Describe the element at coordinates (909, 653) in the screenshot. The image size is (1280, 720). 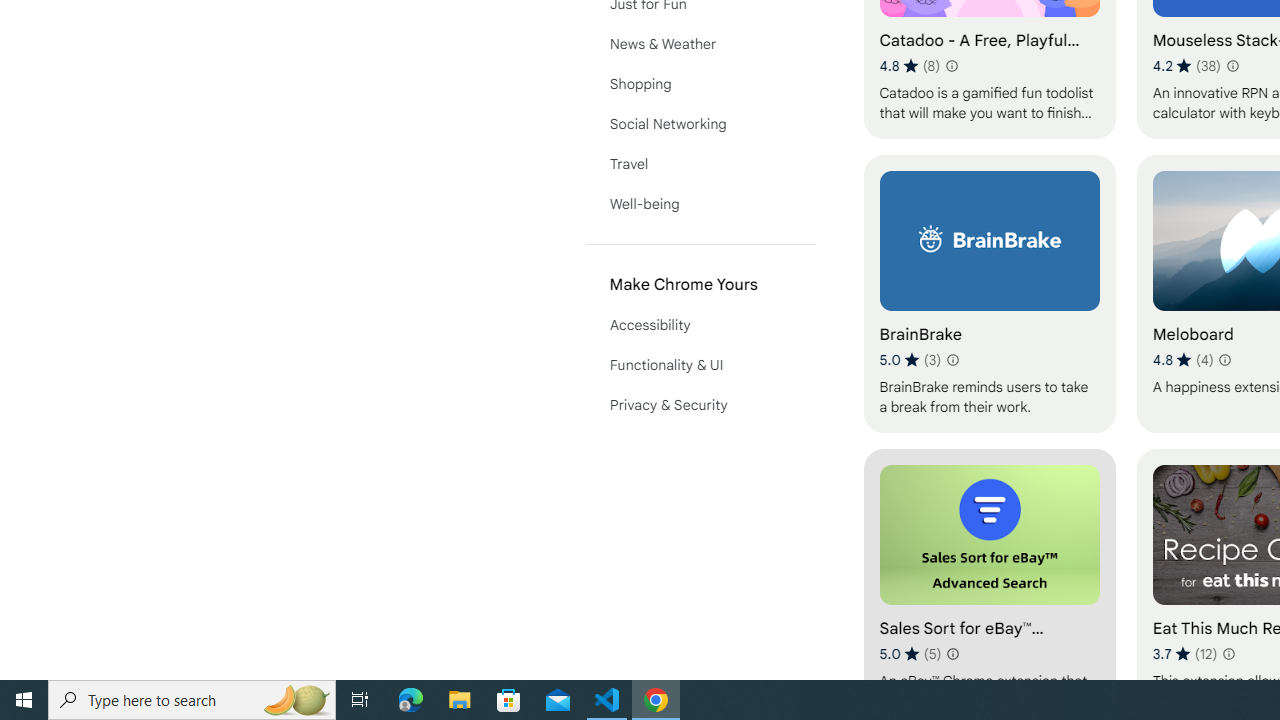
I see `'Average rating 5 out of 5 stars. 5 ratings.'` at that location.